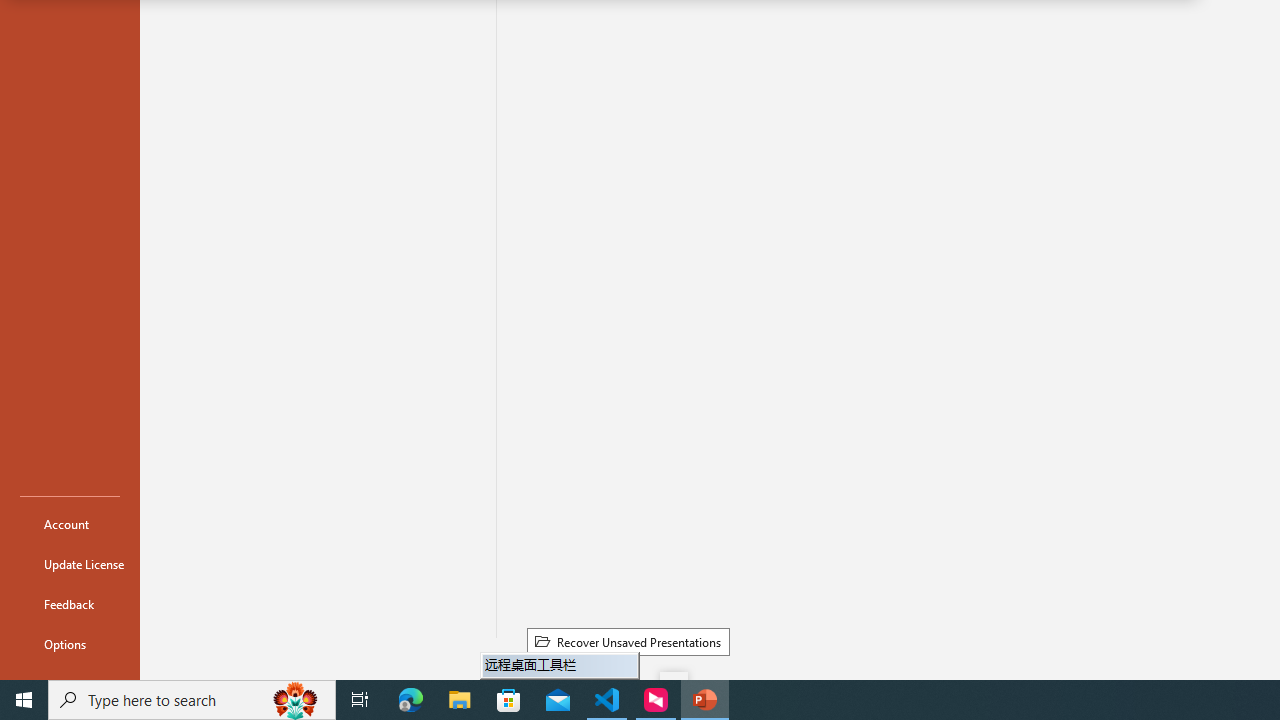 The width and height of the screenshot is (1280, 720). I want to click on 'Options', so click(69, 644).